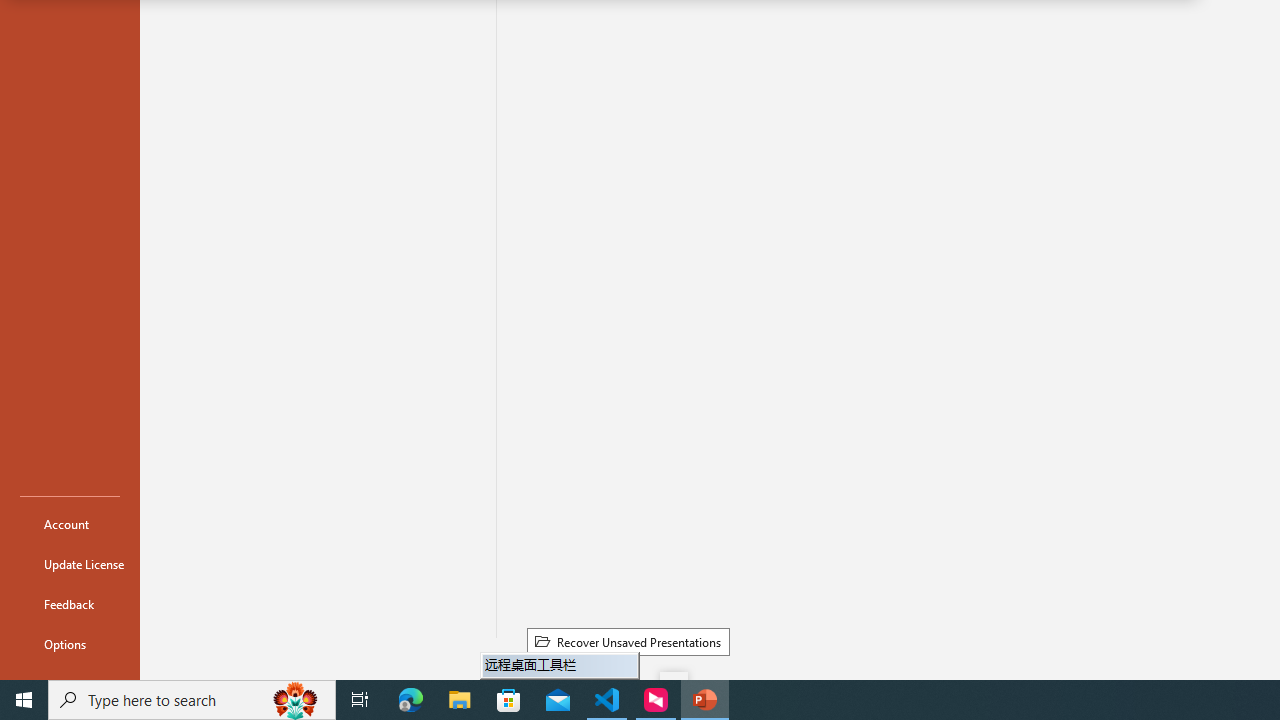 The width and height of the screenshot is (1280, 720). I want to click on 'Options', so click(69, 644).